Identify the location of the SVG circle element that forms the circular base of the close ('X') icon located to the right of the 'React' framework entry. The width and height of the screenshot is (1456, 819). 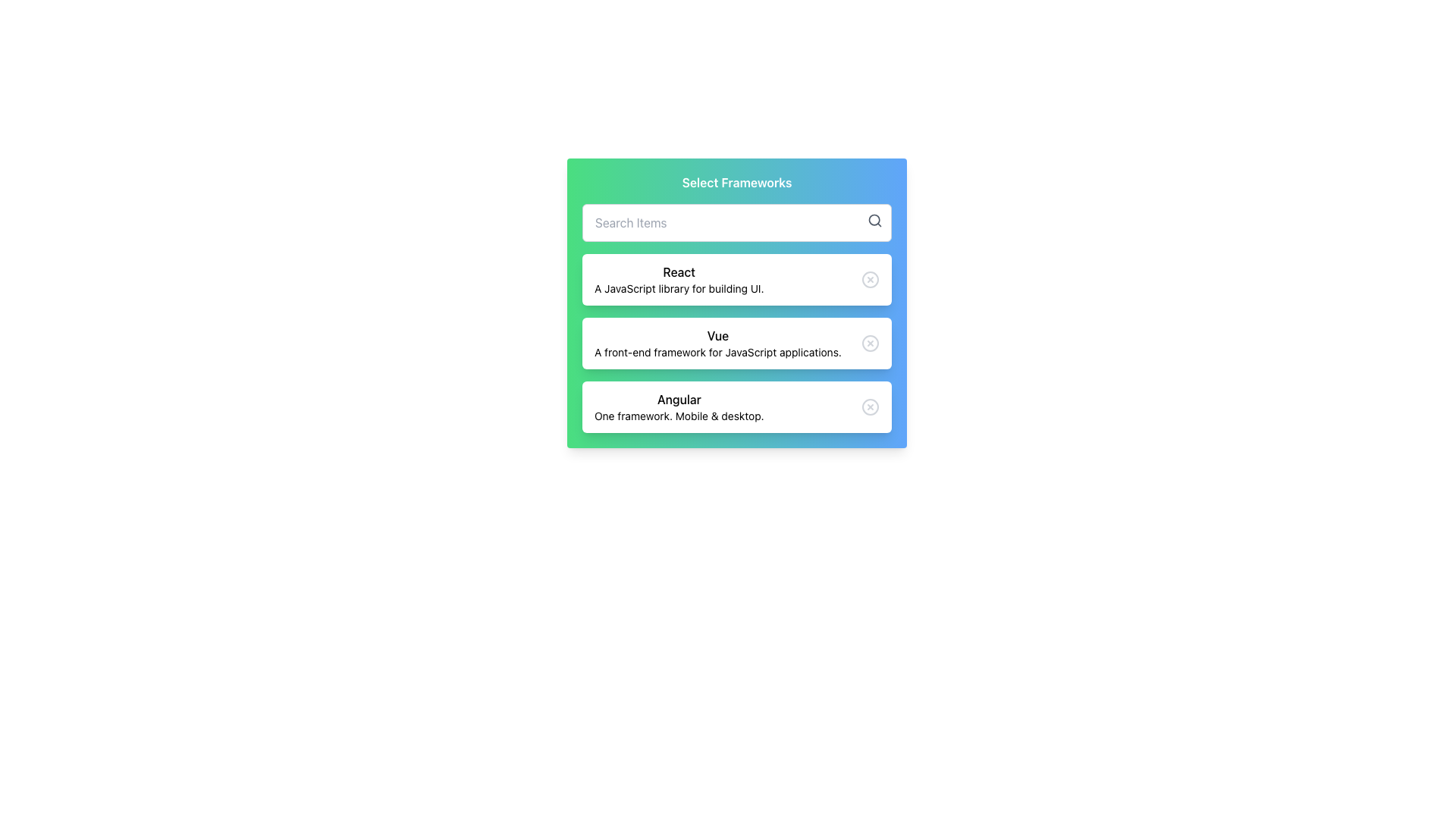
(870, 280).